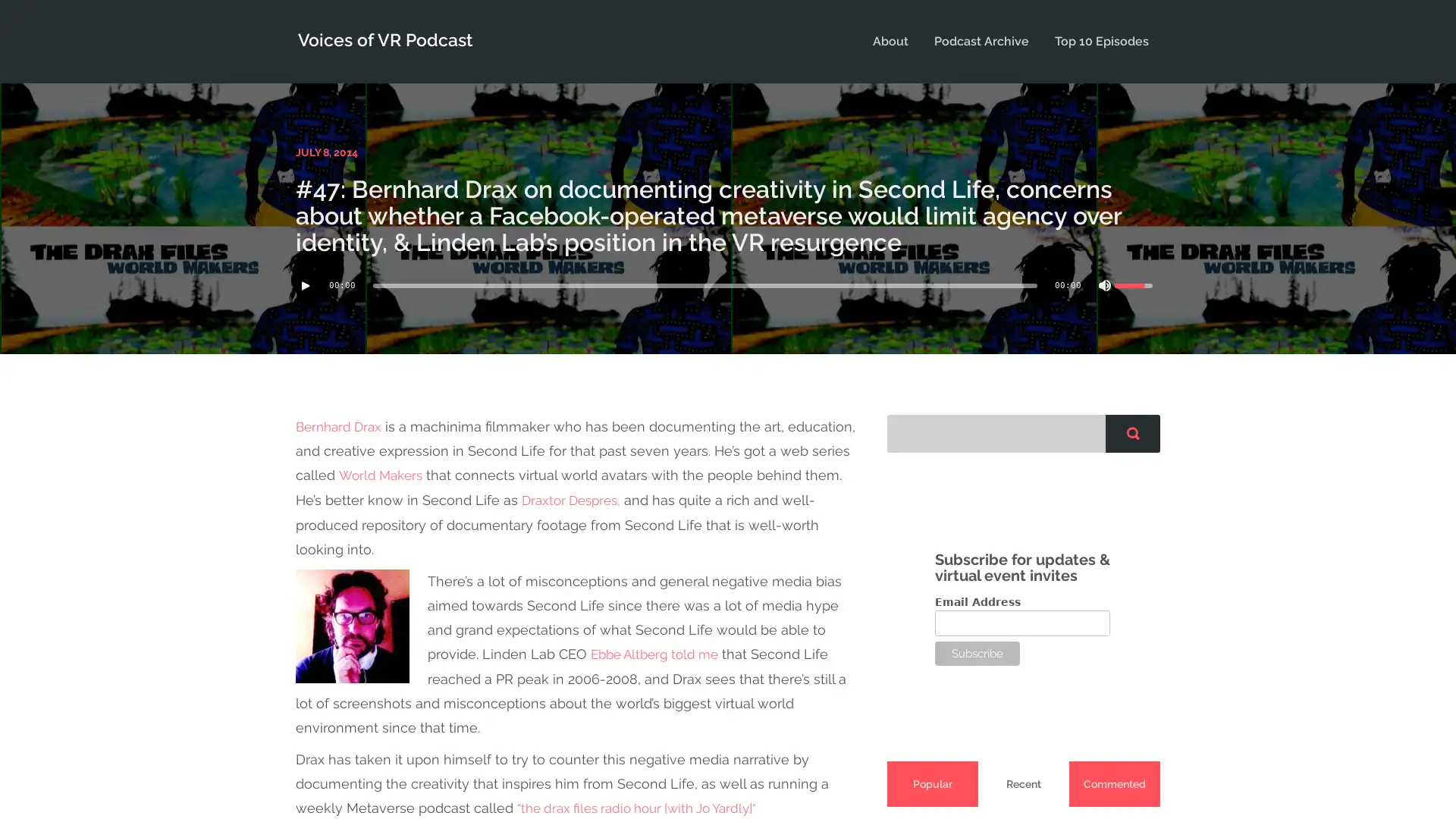  Describe the element at coordinates (305, 284) in the screenshot. I see `Play/Pause` at that location.